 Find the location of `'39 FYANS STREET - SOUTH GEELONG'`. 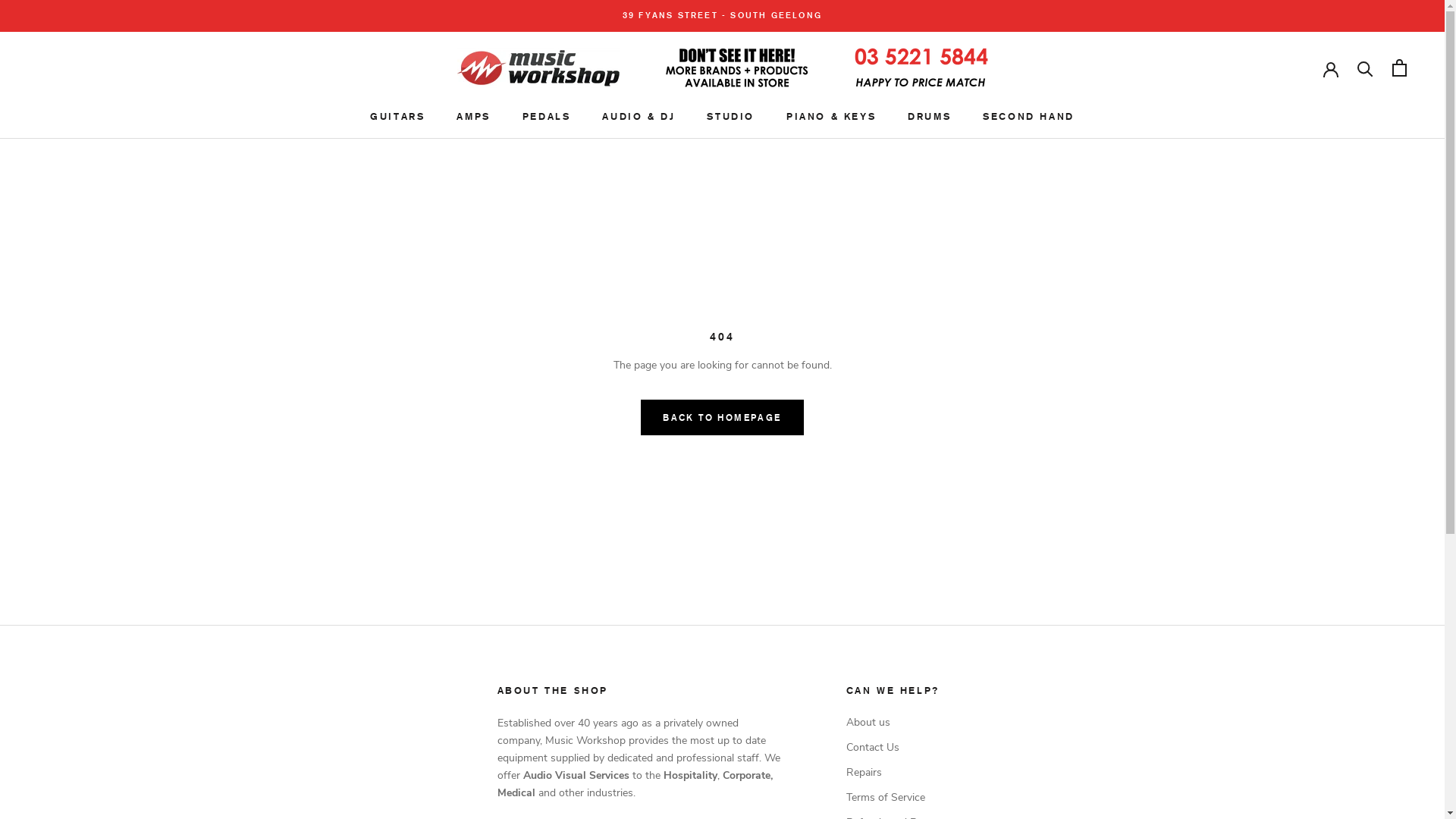

'39 FYANS STREET - SOUTH GEELONG' is located at coordinates (721, 15).